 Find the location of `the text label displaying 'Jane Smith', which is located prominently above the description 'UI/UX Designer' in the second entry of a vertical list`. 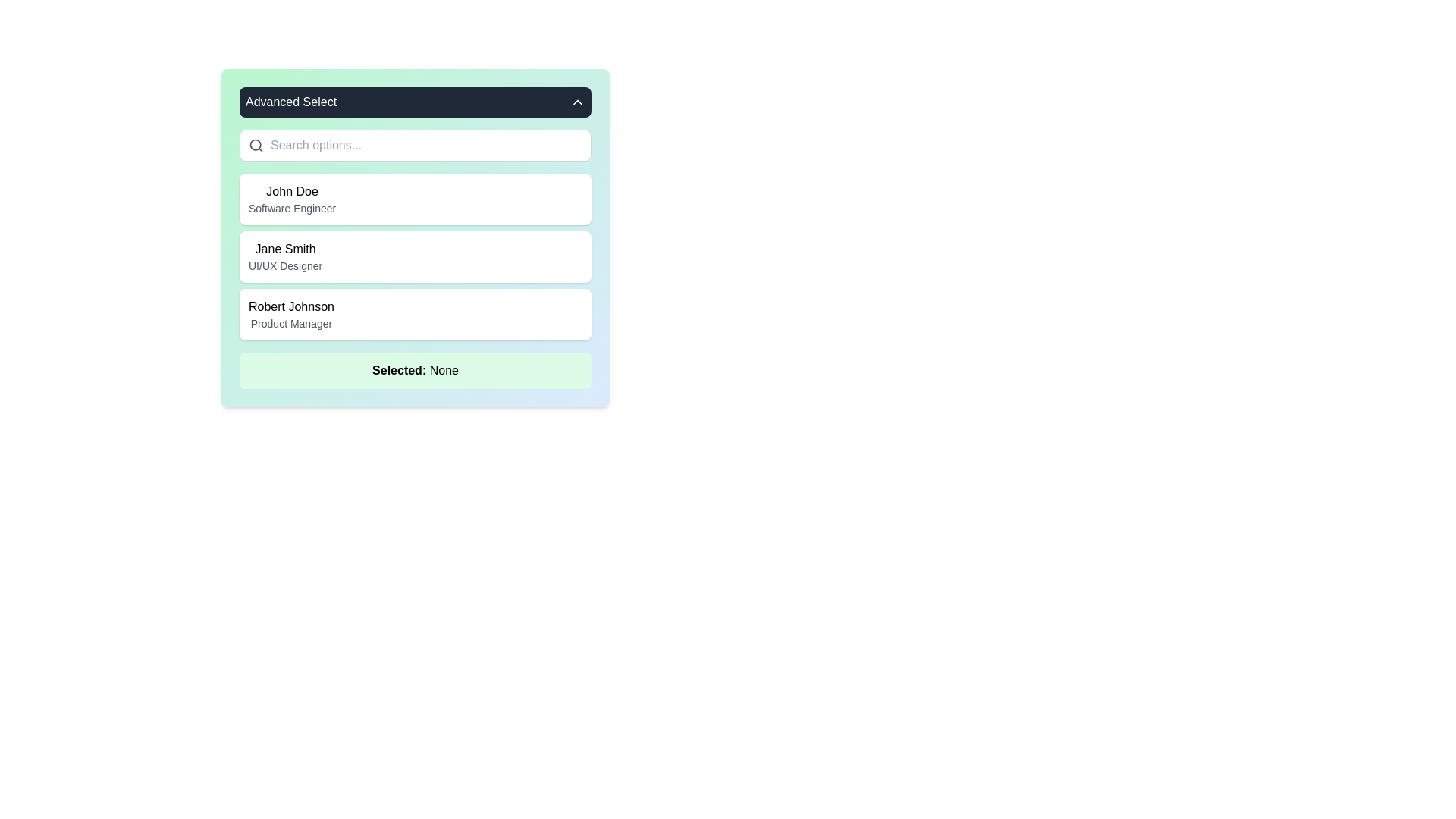

the text label displaying 'Jane Smith', which is located prominently above the description 'UI/UX Designer' in the second entry of a vertical list is located at coordinates (285, 248).